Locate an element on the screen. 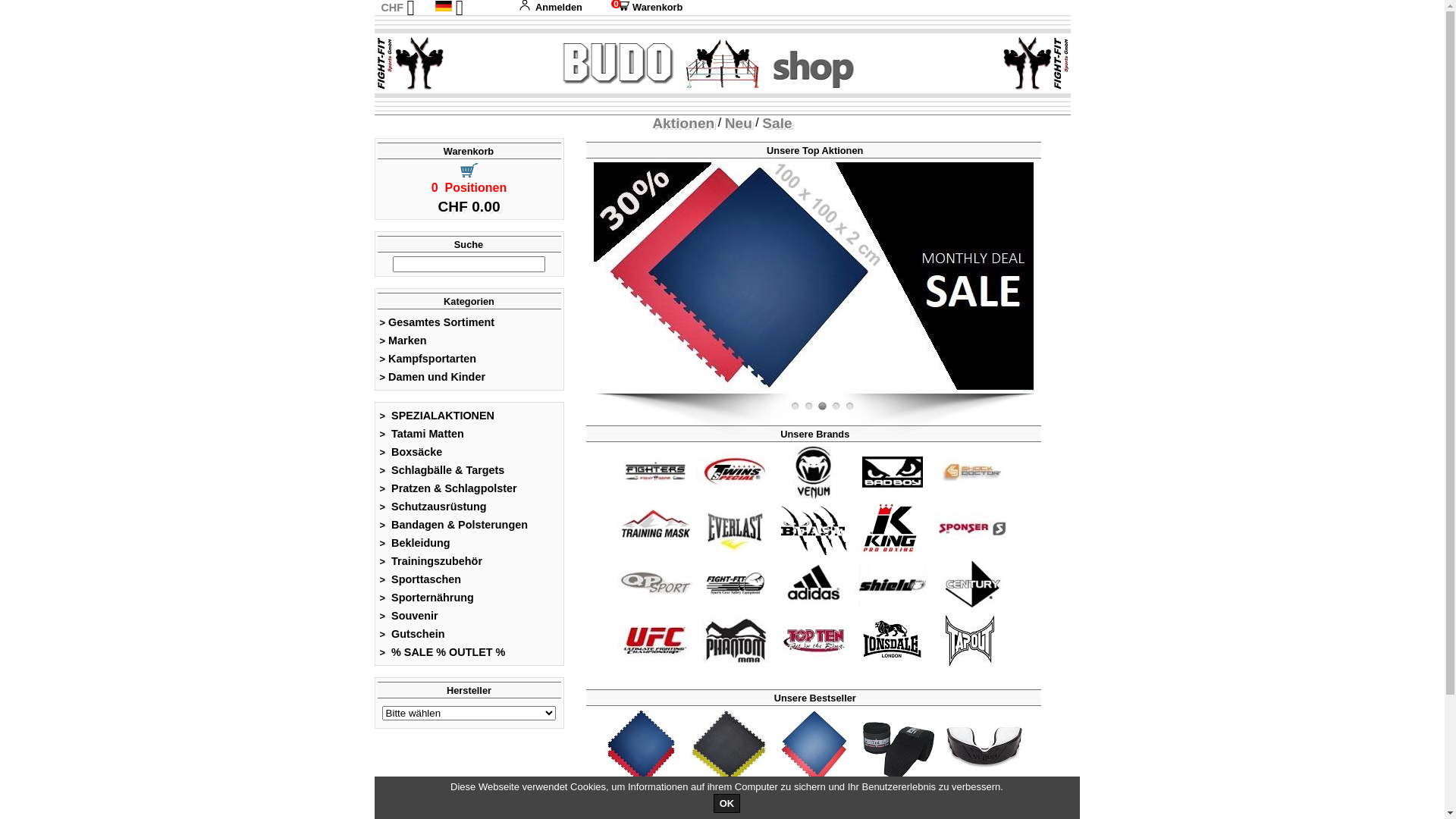  'Sale' is located at coordinates (777, 122).